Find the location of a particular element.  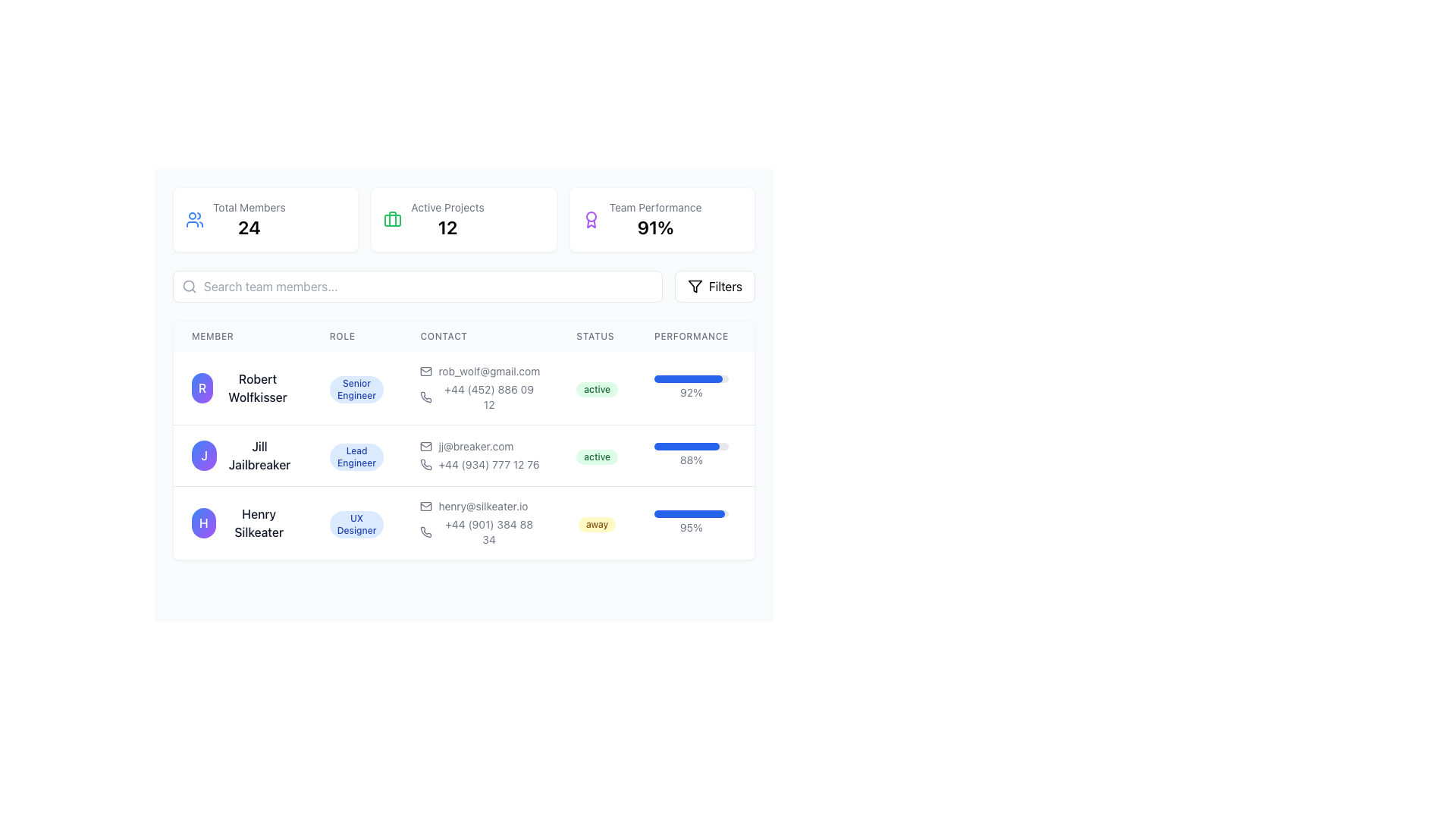

the phone icon representing contact information for Henry Silkeater, which is styled with a greyish stroke color and is positioned next to the phone number in the contact details section is located at coordinates (425, 397).